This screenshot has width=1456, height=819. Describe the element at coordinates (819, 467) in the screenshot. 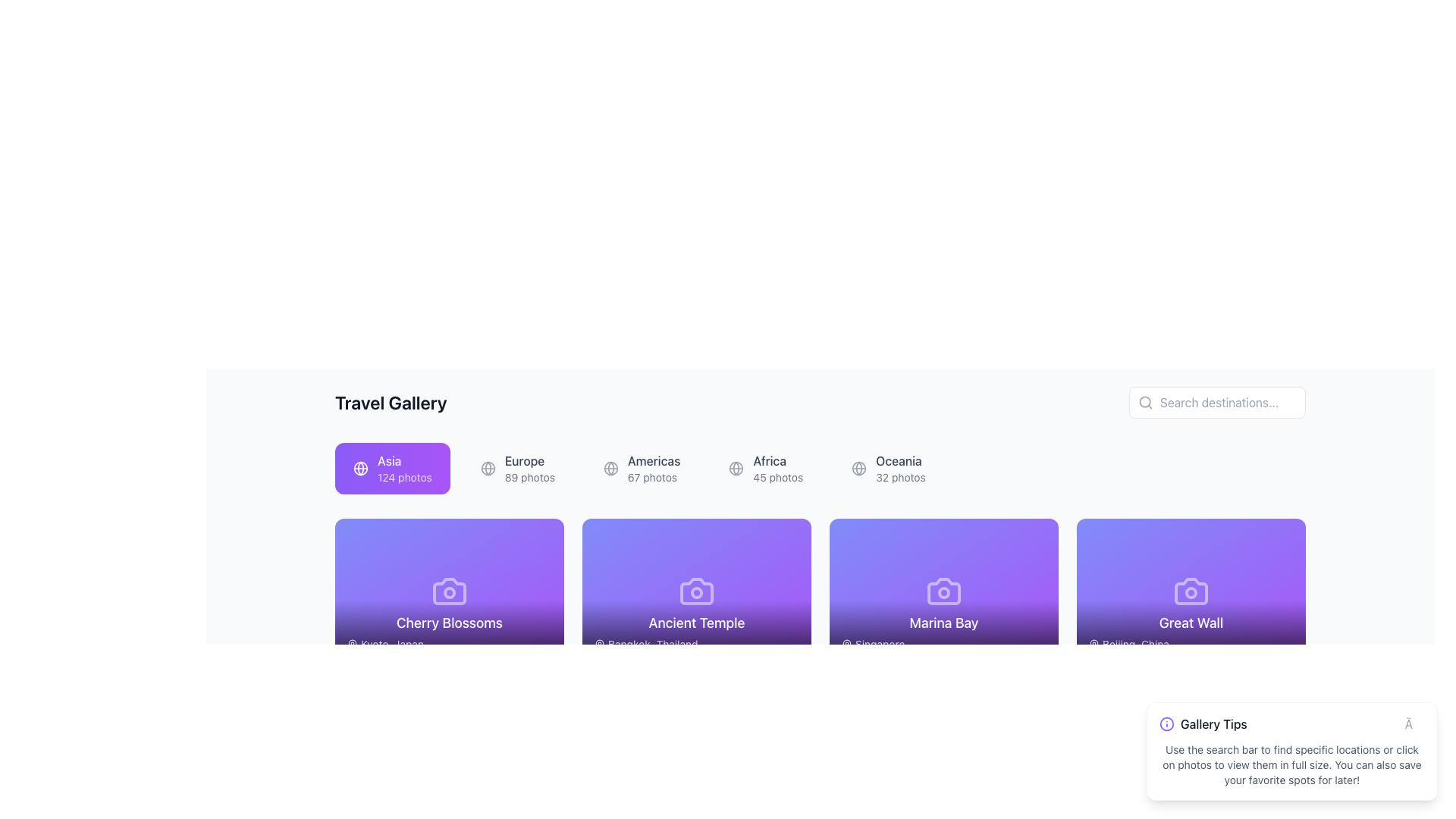

I see `a continent button in the Navigation menu located beneath the 'Travel Gallery' header to navigate to a different gallery` at that location.